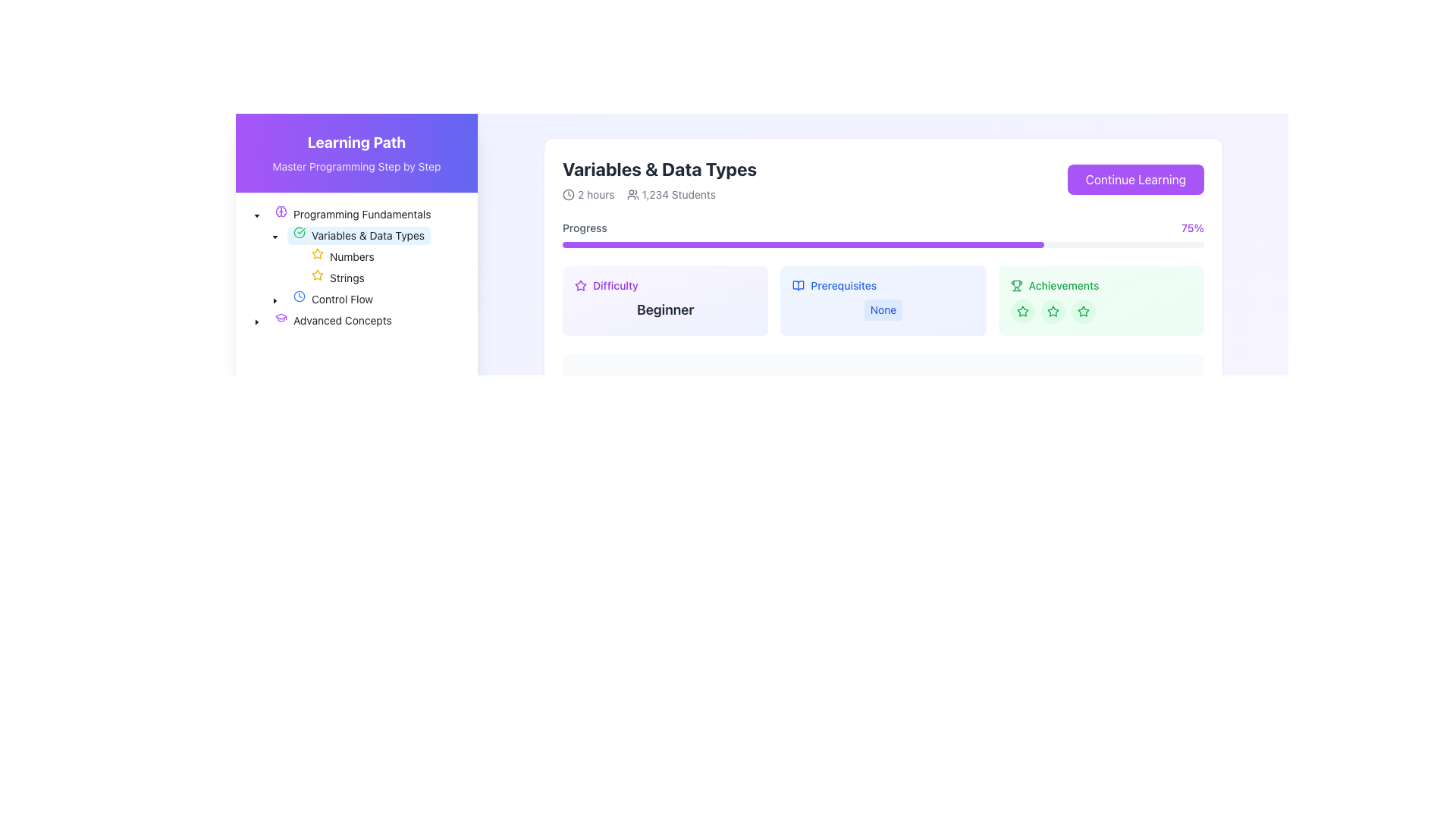  What do you see at coordinates (275, 301) in the screenshot?
I see `the downward-pointing caret icon located in the navigation panel` at bounding box center [275, 301].